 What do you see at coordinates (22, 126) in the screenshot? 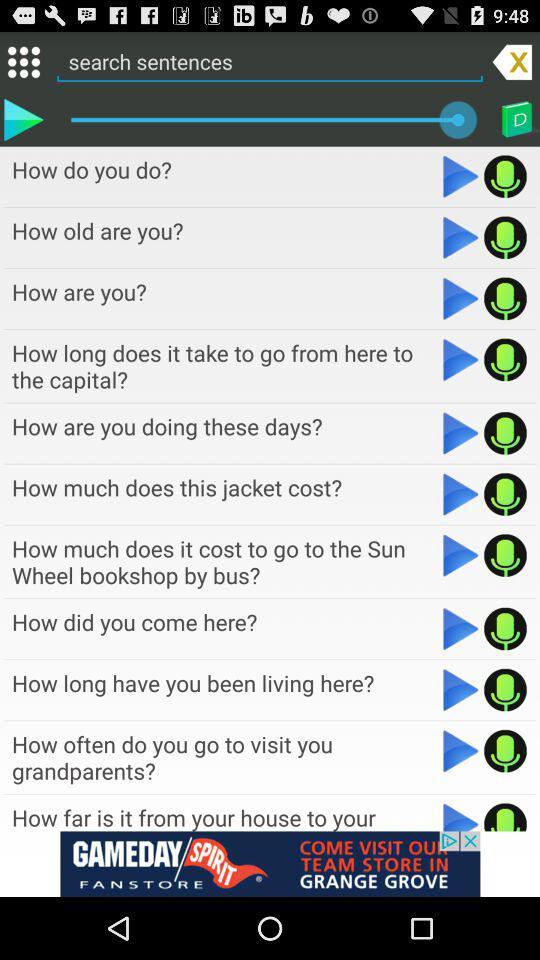
I see `the play icon` at bounding box center [22, 126].